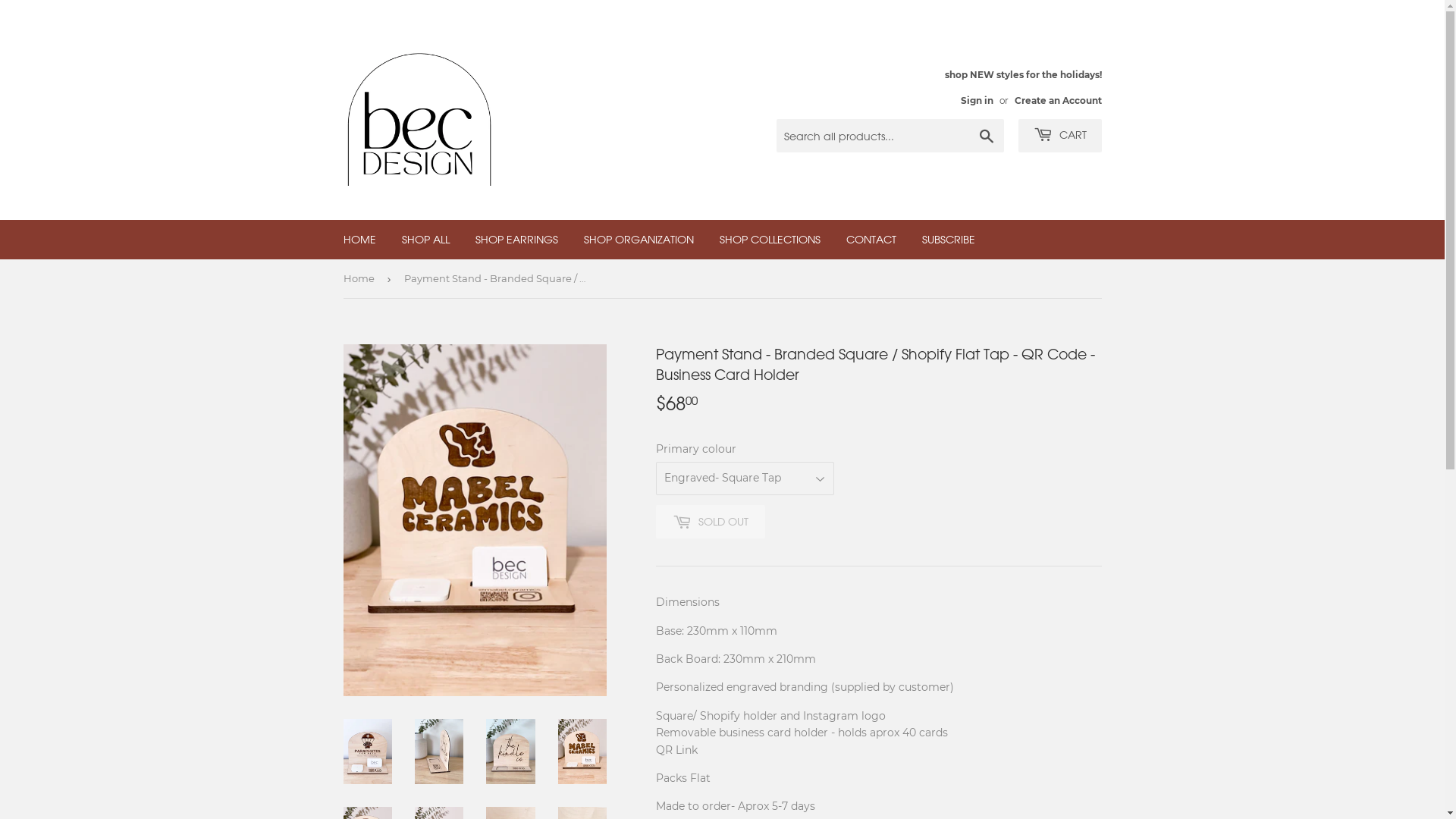 The height and width of the screenshot is (819, 1456). I want to click on 'shop NEW styles for the holidays!', so click(1023, 86).